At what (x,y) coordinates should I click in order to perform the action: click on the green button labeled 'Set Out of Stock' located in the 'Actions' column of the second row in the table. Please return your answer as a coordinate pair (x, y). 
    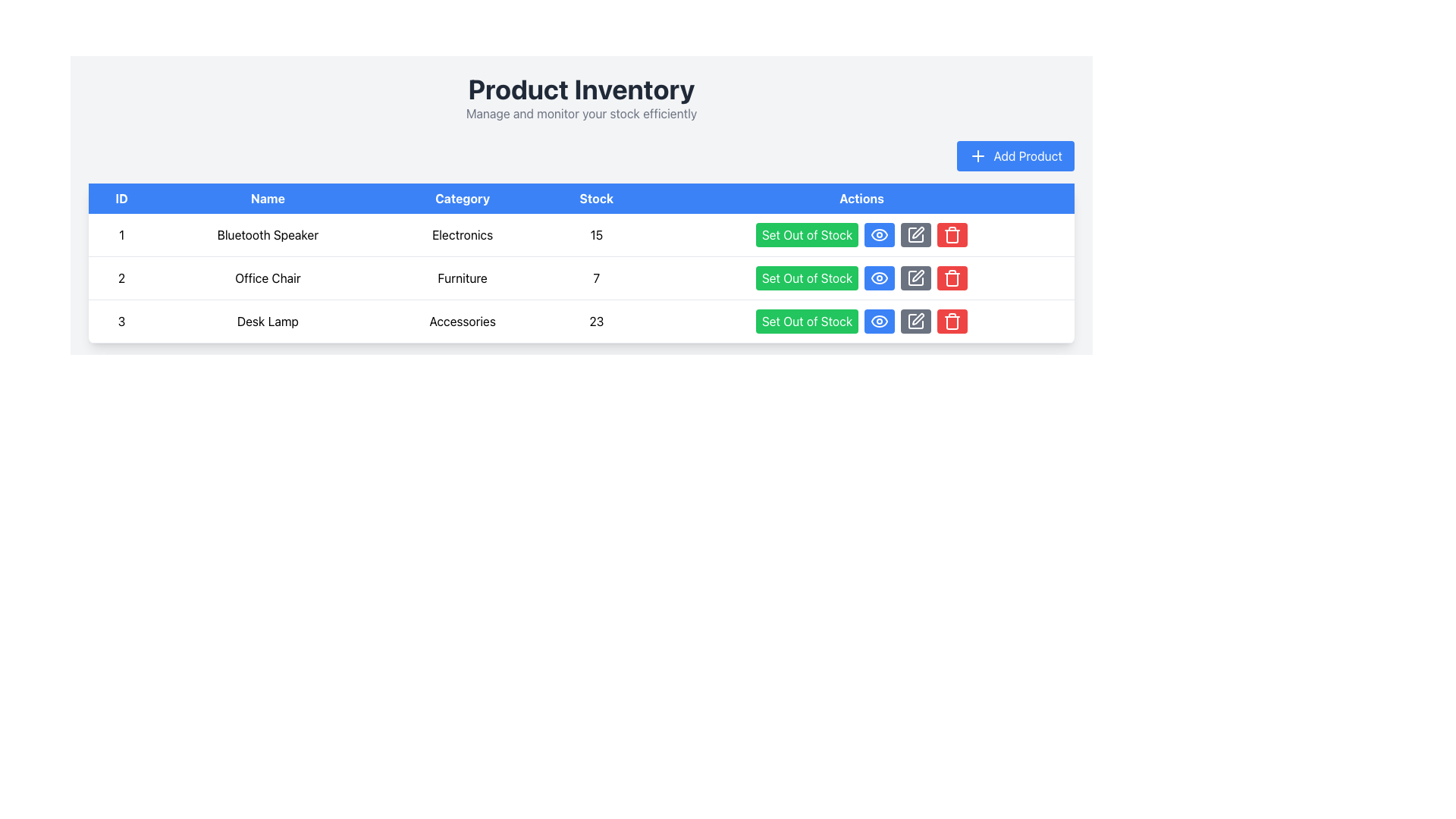
    Looking at the image, I should click on (861, 278).